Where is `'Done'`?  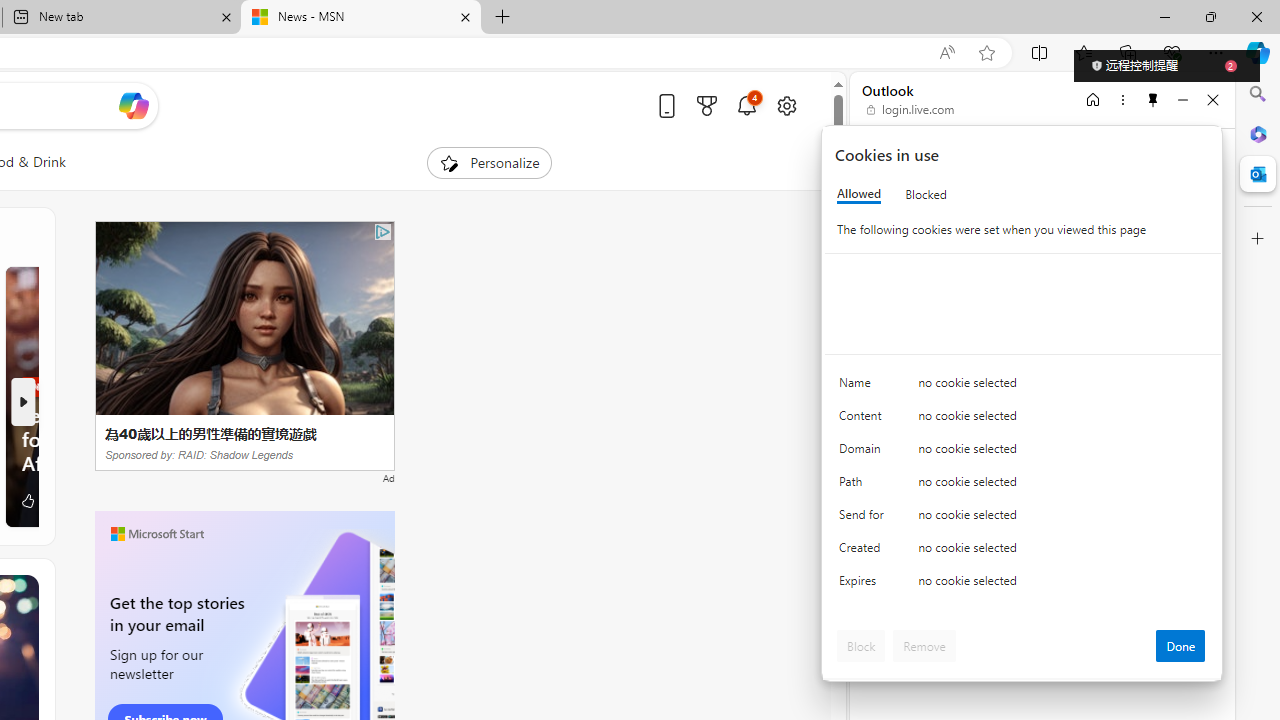 'Done' is located at coordinates (1180, 645).